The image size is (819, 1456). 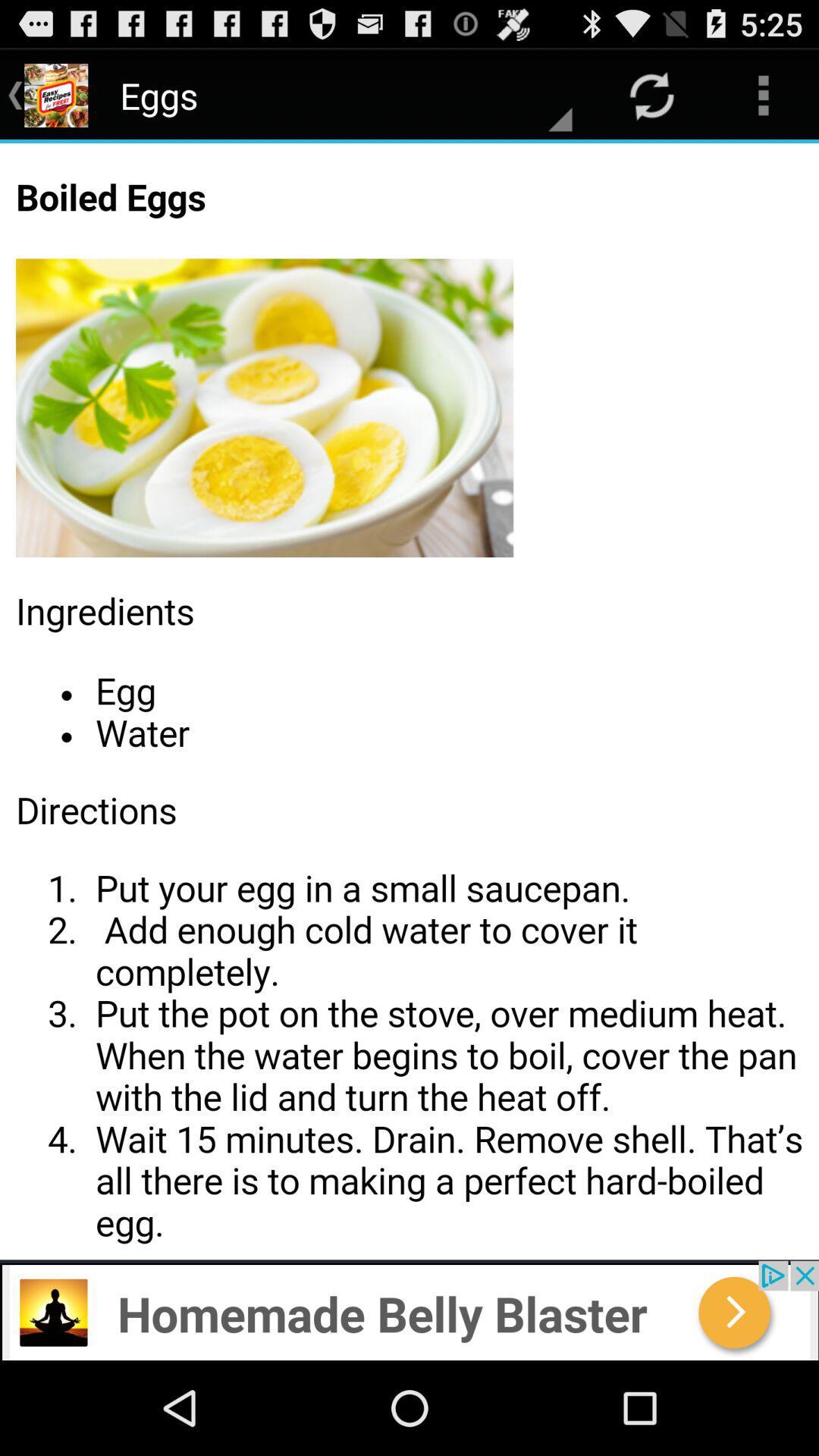 I want to click on advertiser banner, so click(x=409, y=1310).